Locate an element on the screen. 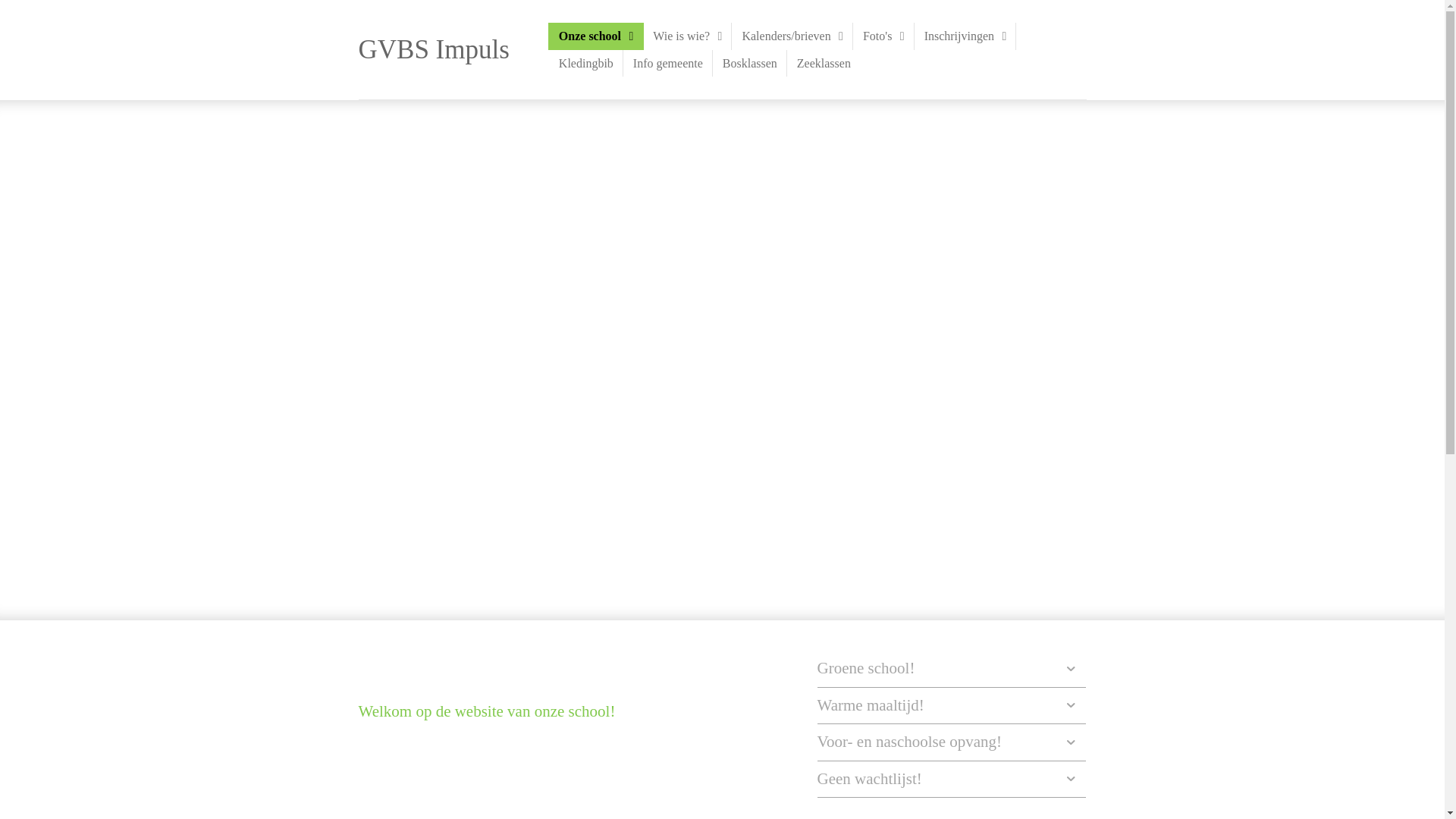 This screenshot has width=1456, height=819. 'Inschrijvingen' is located at coordinates (913, 35).